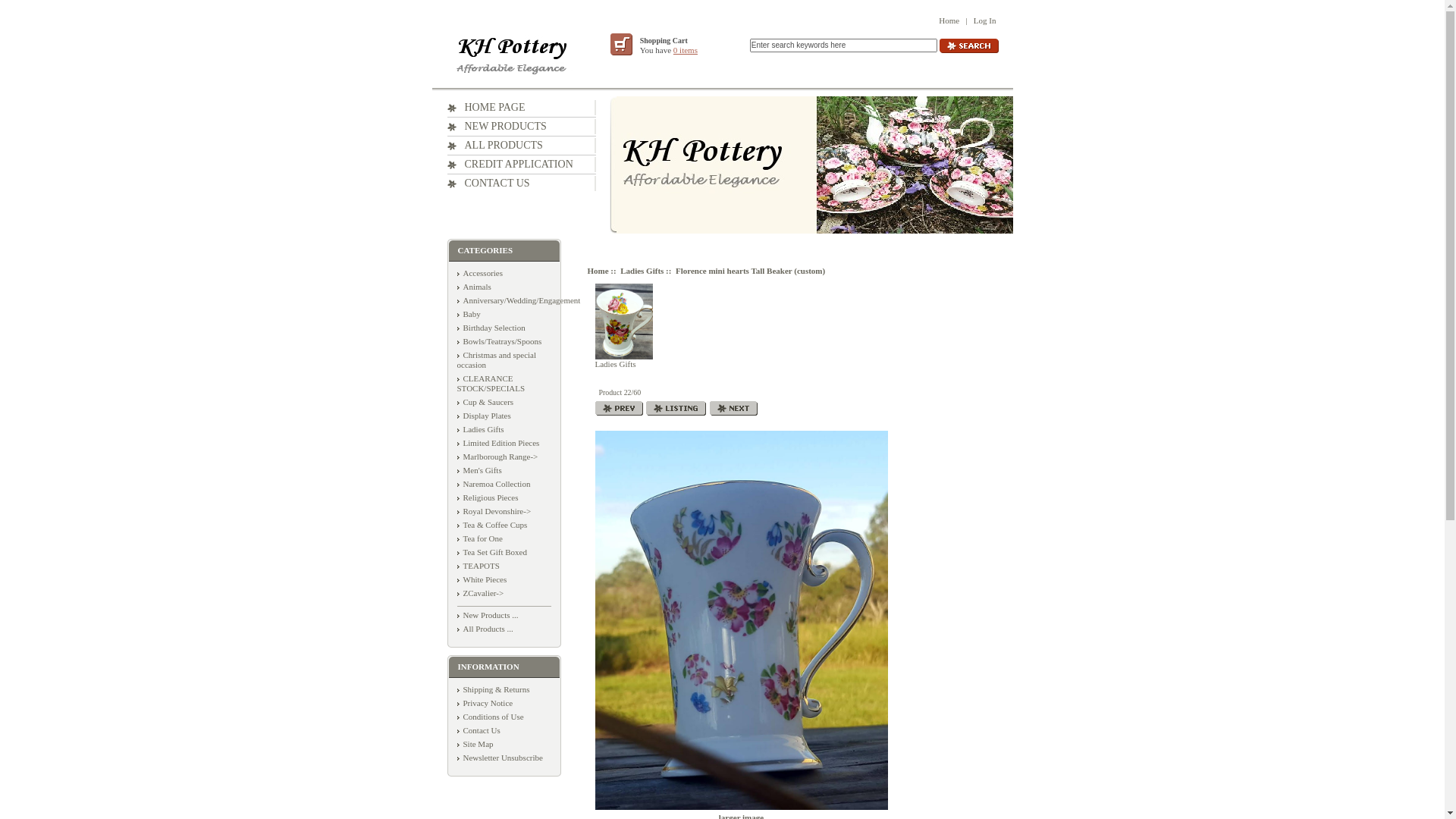 The image size is (1456, 819). Describe the element at coordinates (497, 442) in the screenshot. I see `'Limited Edition Pieces'` at that location.